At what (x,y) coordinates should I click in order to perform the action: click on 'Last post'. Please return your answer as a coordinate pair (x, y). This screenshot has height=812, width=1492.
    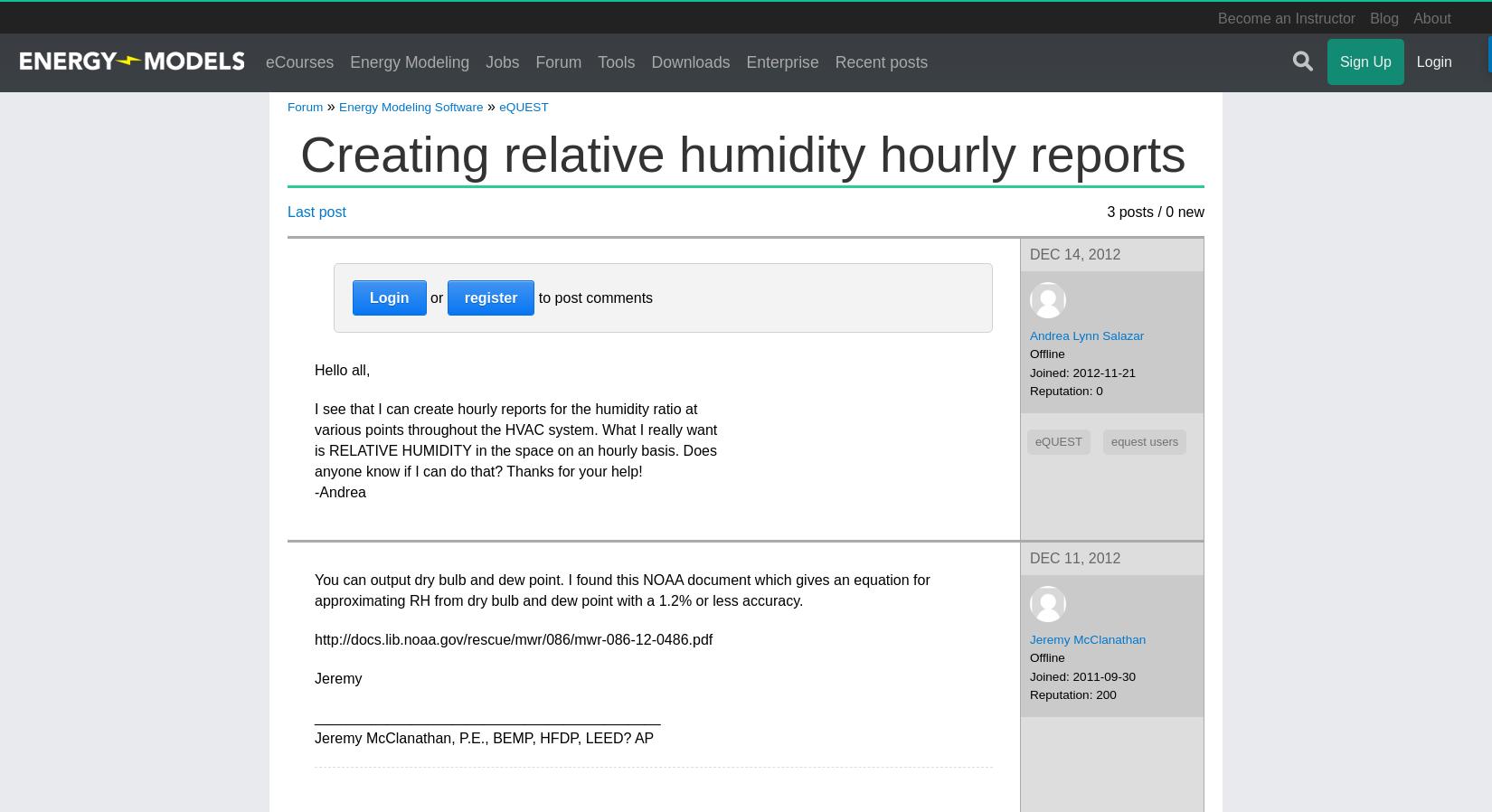
    Looking at the image, I should click on (316, 212).